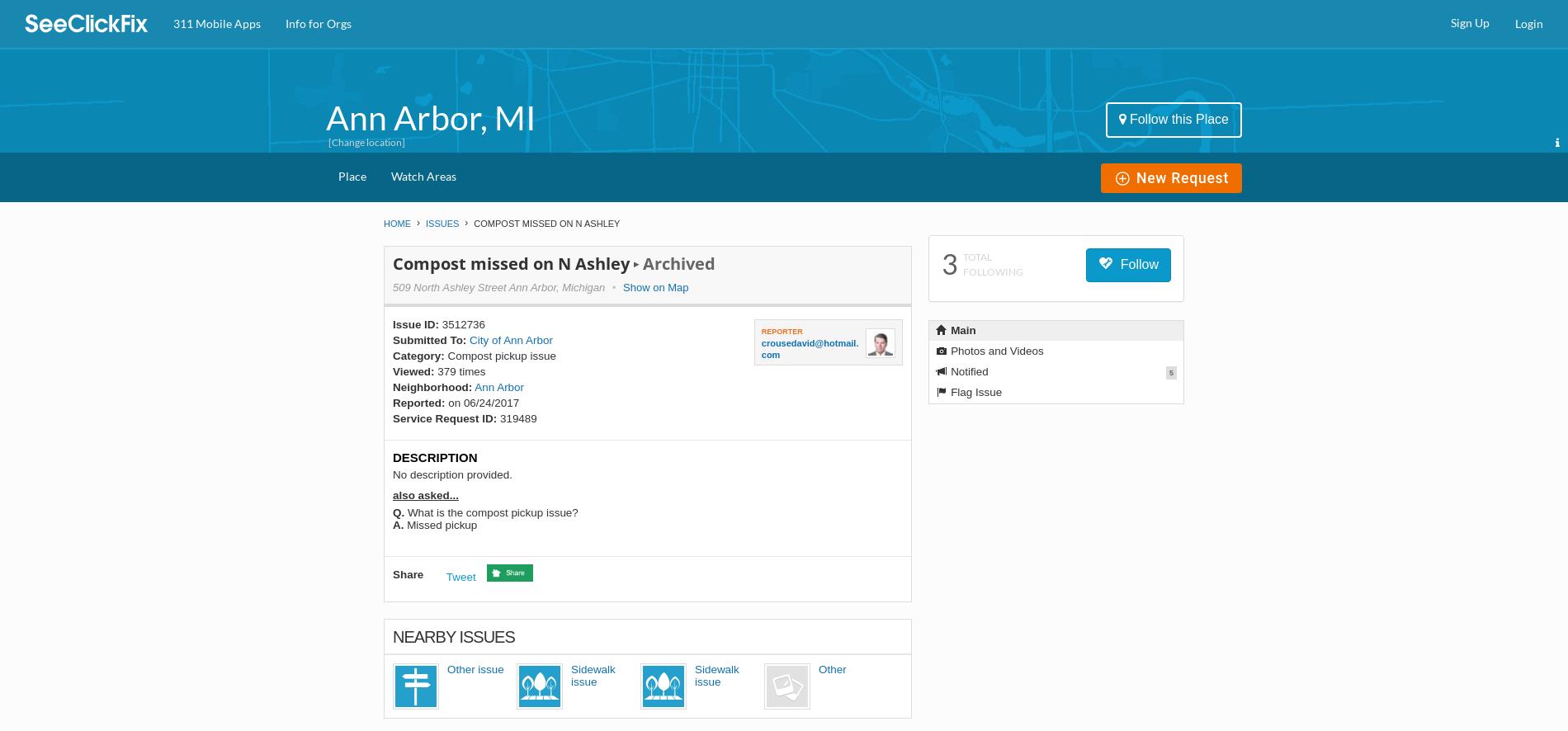  Describe the element at coordinates (392, 387) in the screenshot. I see `'Neighborhood:'` at that location.